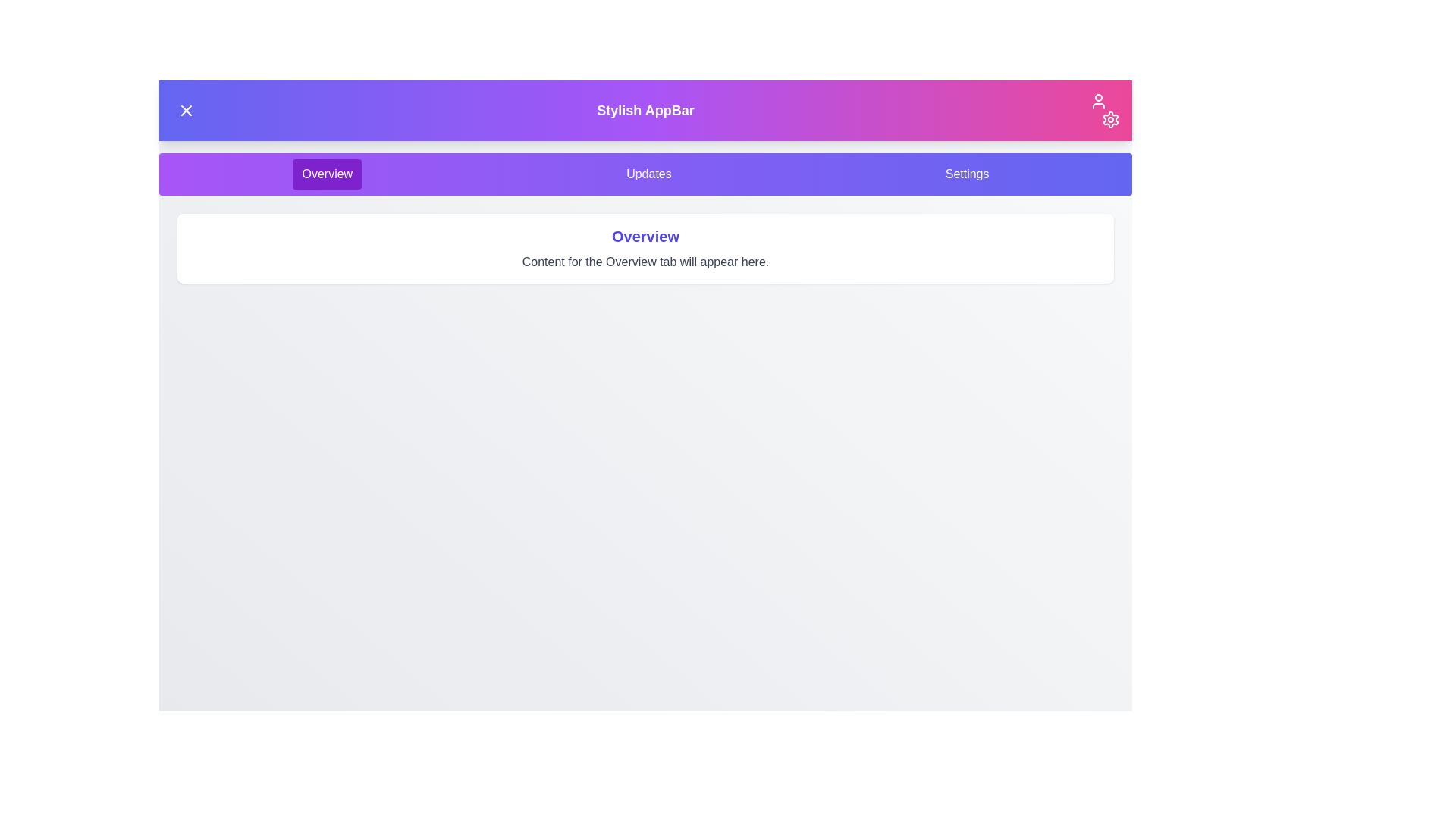 This screenshot has height=819, width=1456. What do you see at coordinates (648, 174) in the screenshot?
I see `the Updates tab by clicking on it` at bounding box center [648, 174].